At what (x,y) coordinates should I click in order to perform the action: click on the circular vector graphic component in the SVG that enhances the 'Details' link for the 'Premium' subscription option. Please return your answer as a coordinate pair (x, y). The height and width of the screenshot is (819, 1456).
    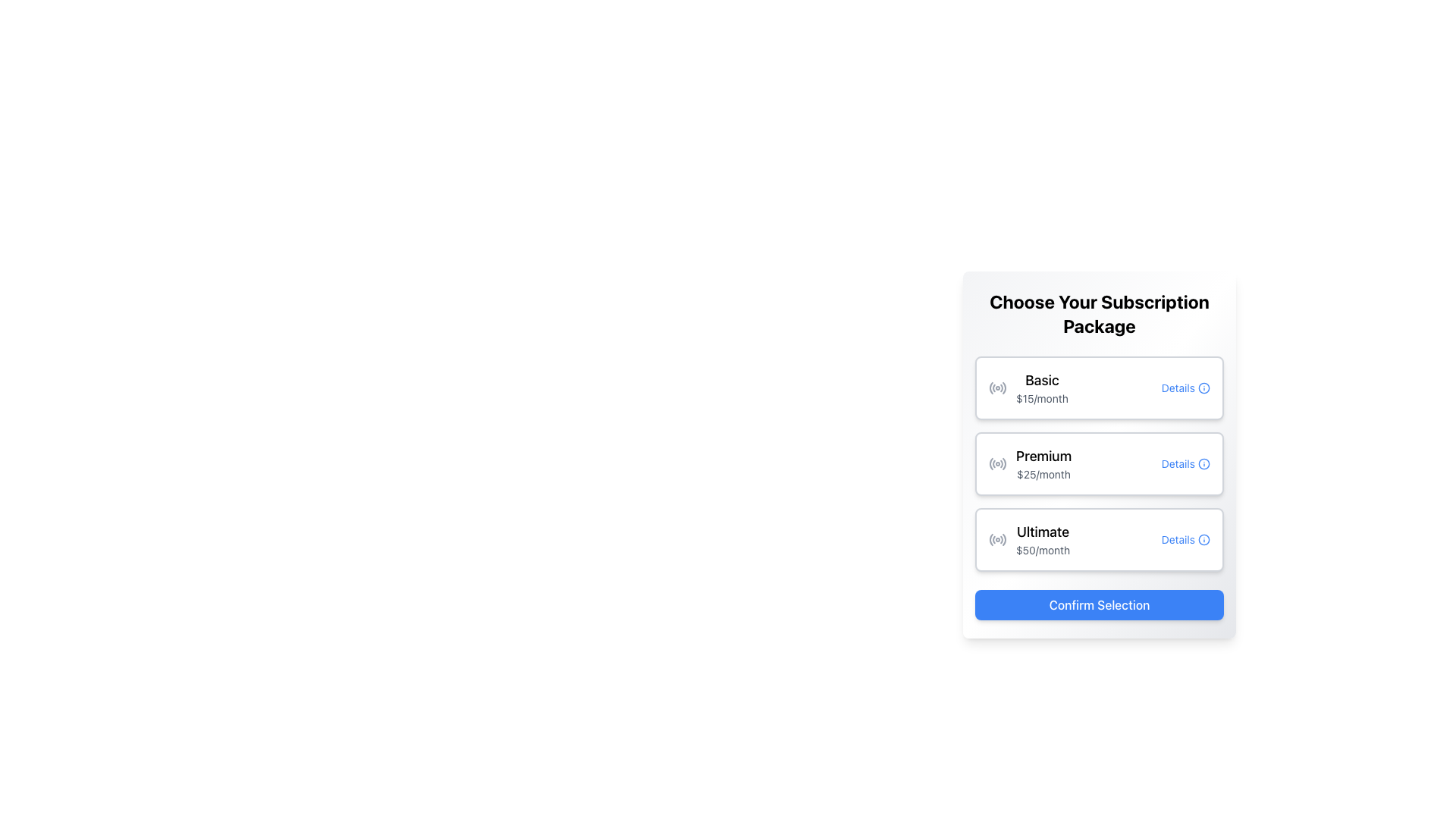
    Looking at the image, I should click on (1203, 463).